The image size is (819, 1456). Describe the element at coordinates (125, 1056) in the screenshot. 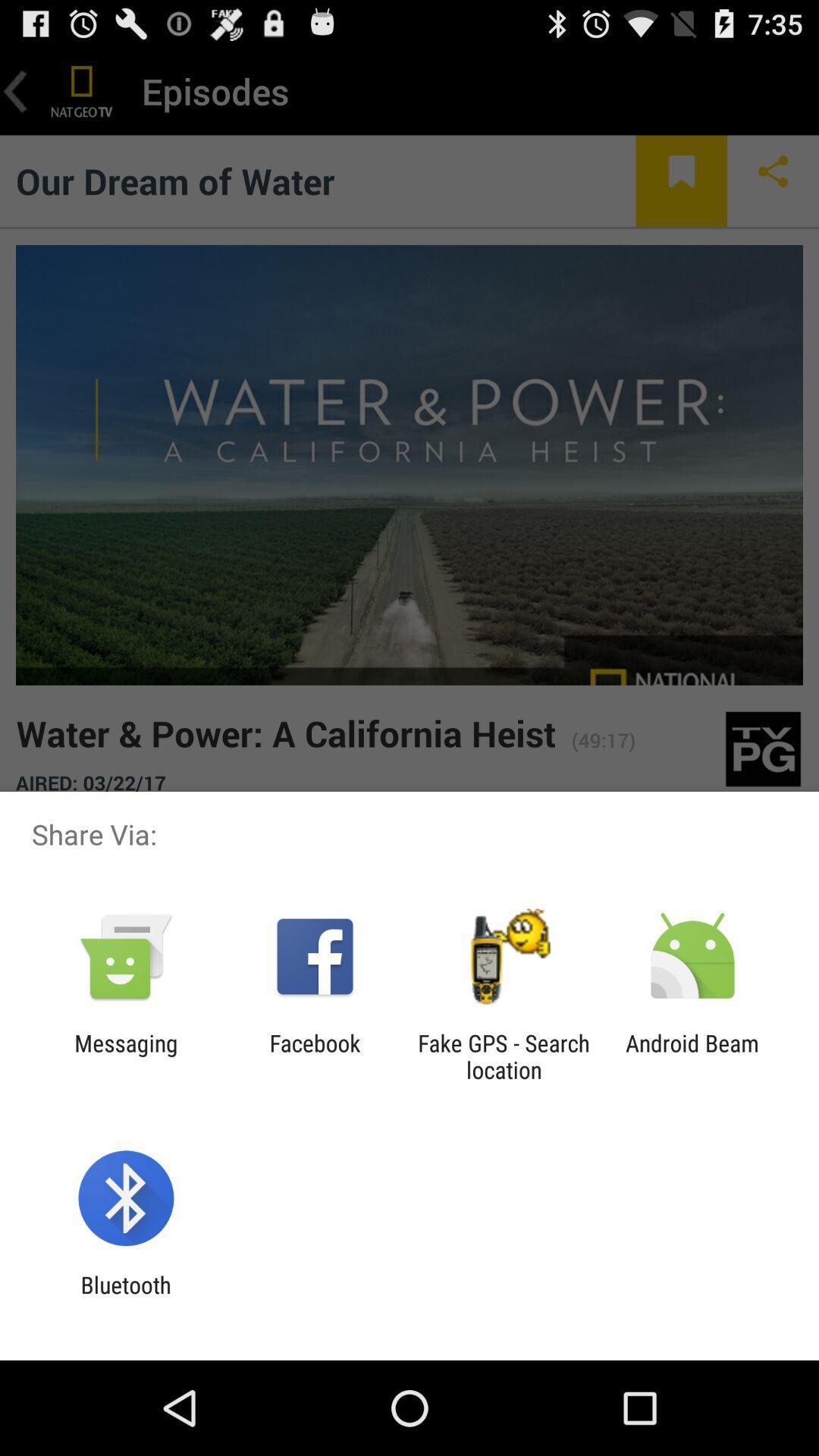

I see `messaging item` at that location.